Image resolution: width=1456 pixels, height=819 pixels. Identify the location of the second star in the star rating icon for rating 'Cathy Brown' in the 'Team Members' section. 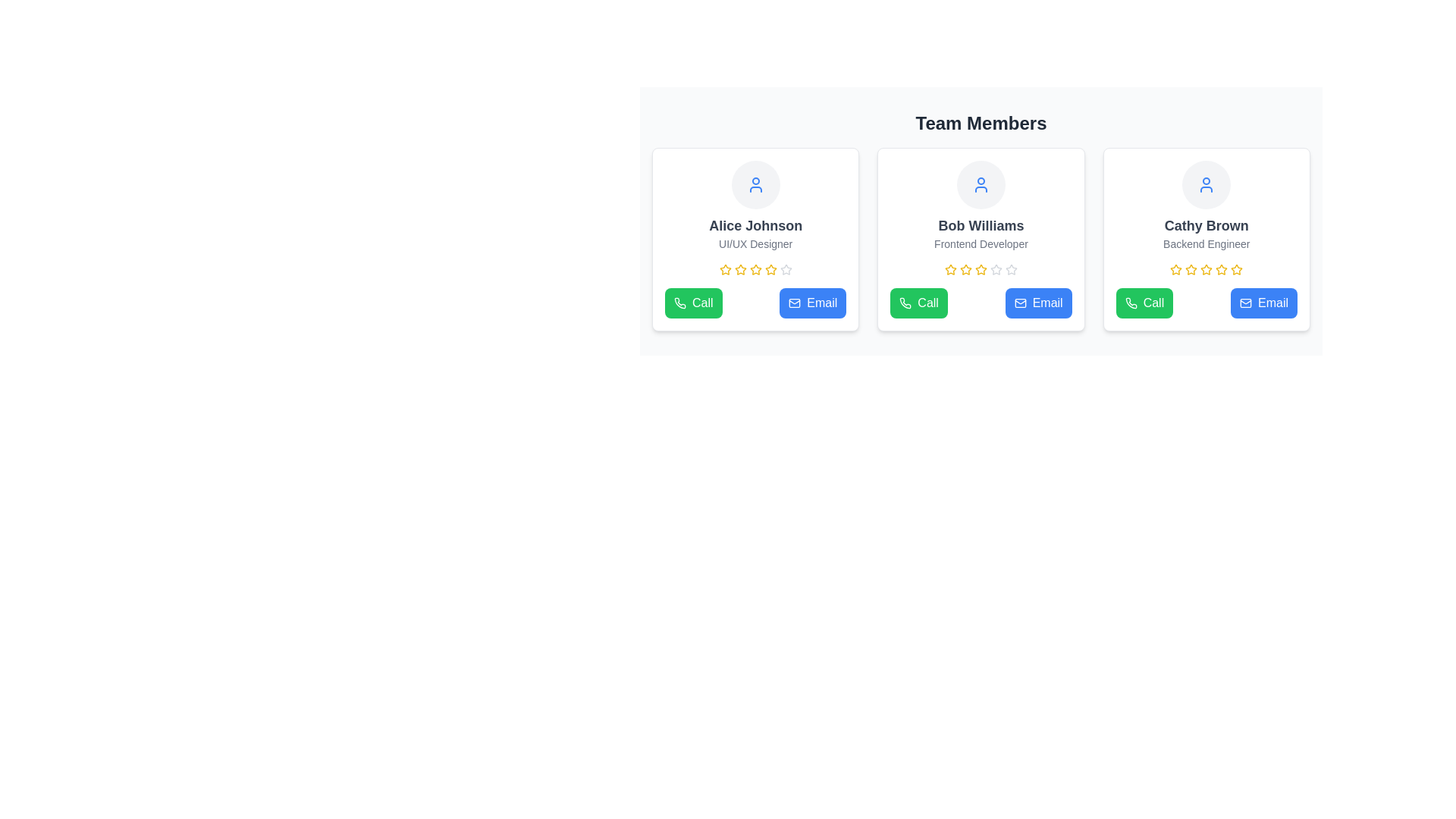
(1175, 268).